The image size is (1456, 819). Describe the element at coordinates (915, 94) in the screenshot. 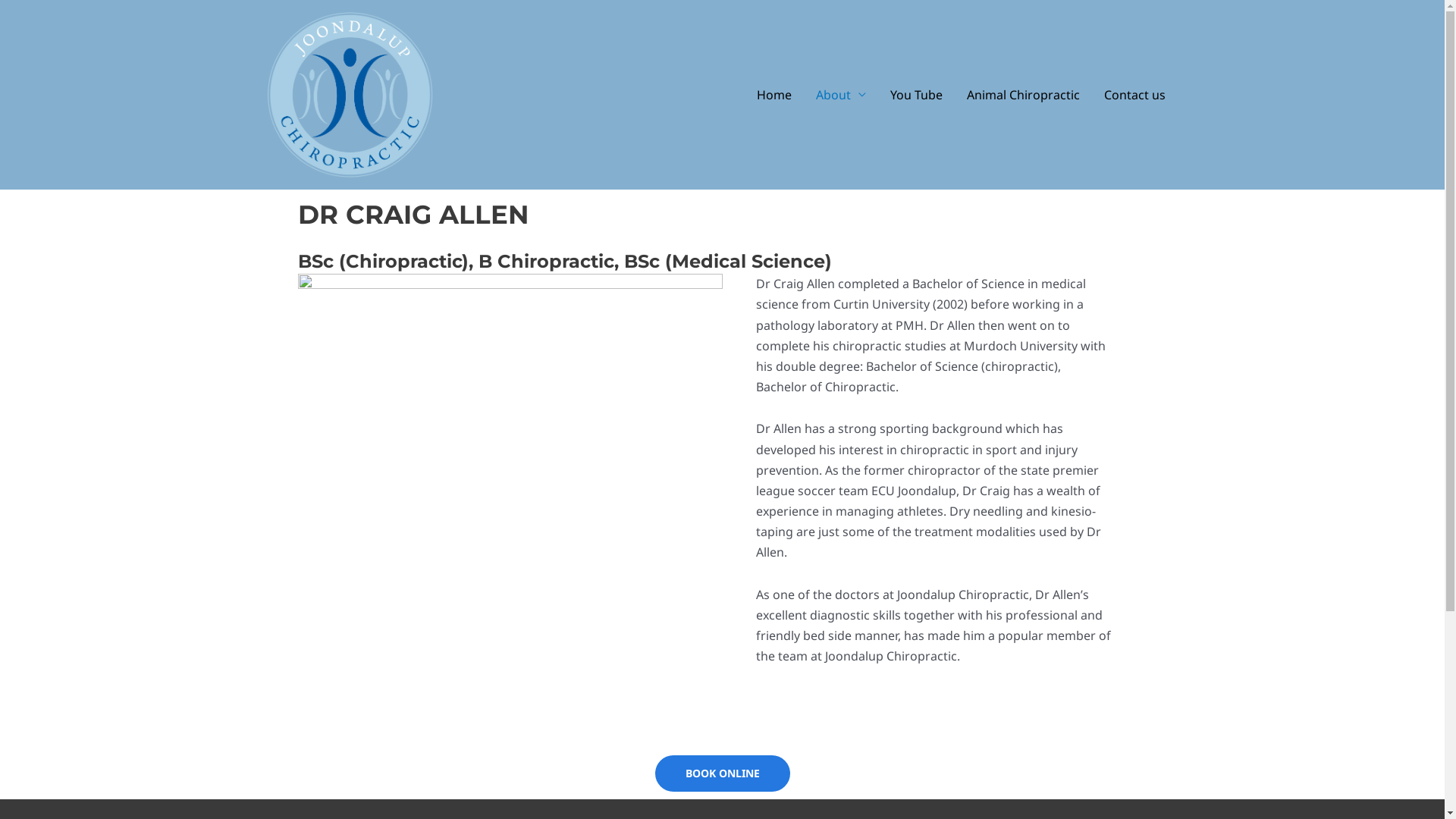

I see `'You Tube'` at that location.